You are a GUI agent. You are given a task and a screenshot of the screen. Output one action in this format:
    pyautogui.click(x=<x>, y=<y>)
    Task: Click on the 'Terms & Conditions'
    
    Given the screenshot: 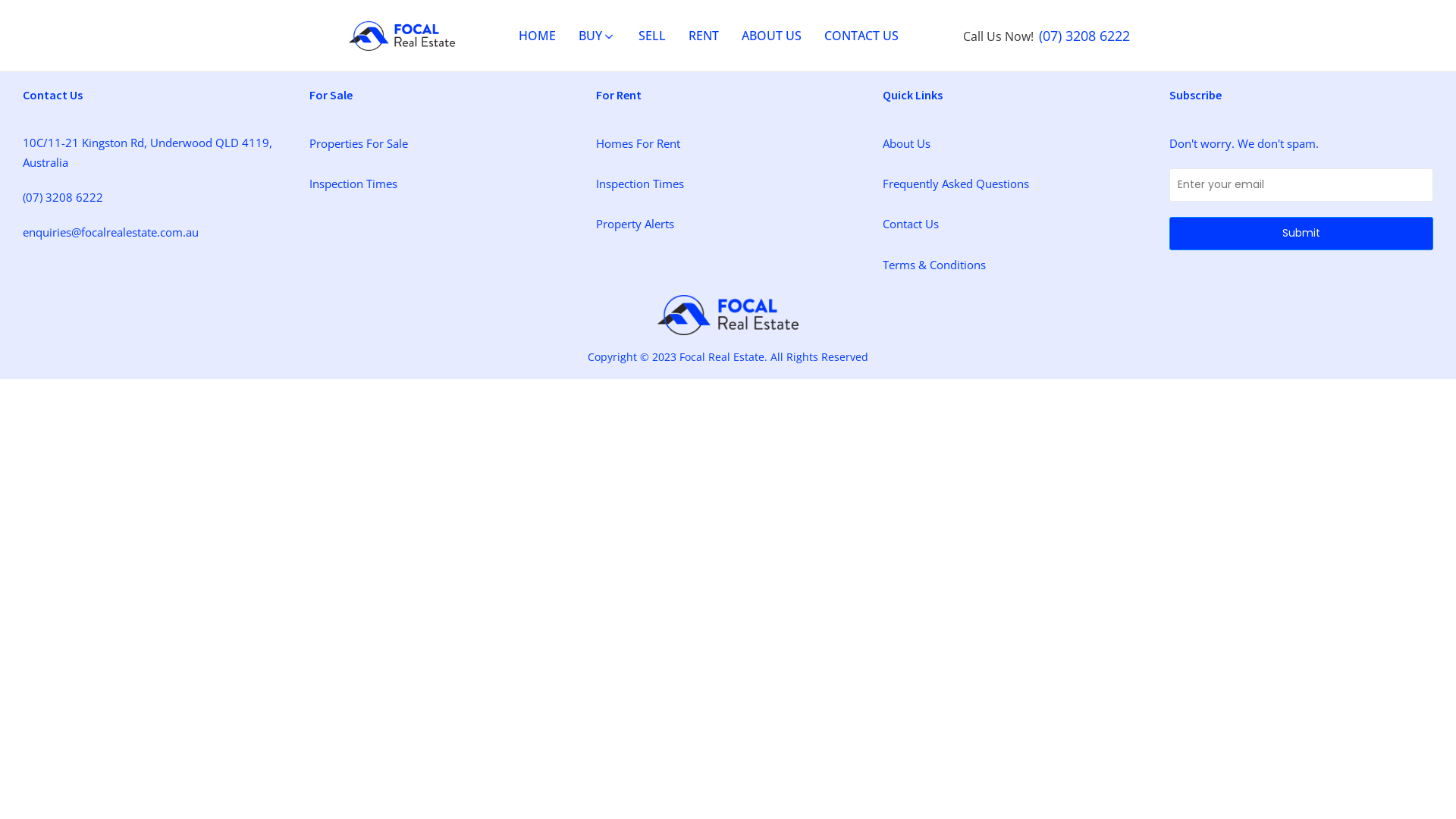 What is the action you would take?
    pyautogui.click(x=934, y=263)
    